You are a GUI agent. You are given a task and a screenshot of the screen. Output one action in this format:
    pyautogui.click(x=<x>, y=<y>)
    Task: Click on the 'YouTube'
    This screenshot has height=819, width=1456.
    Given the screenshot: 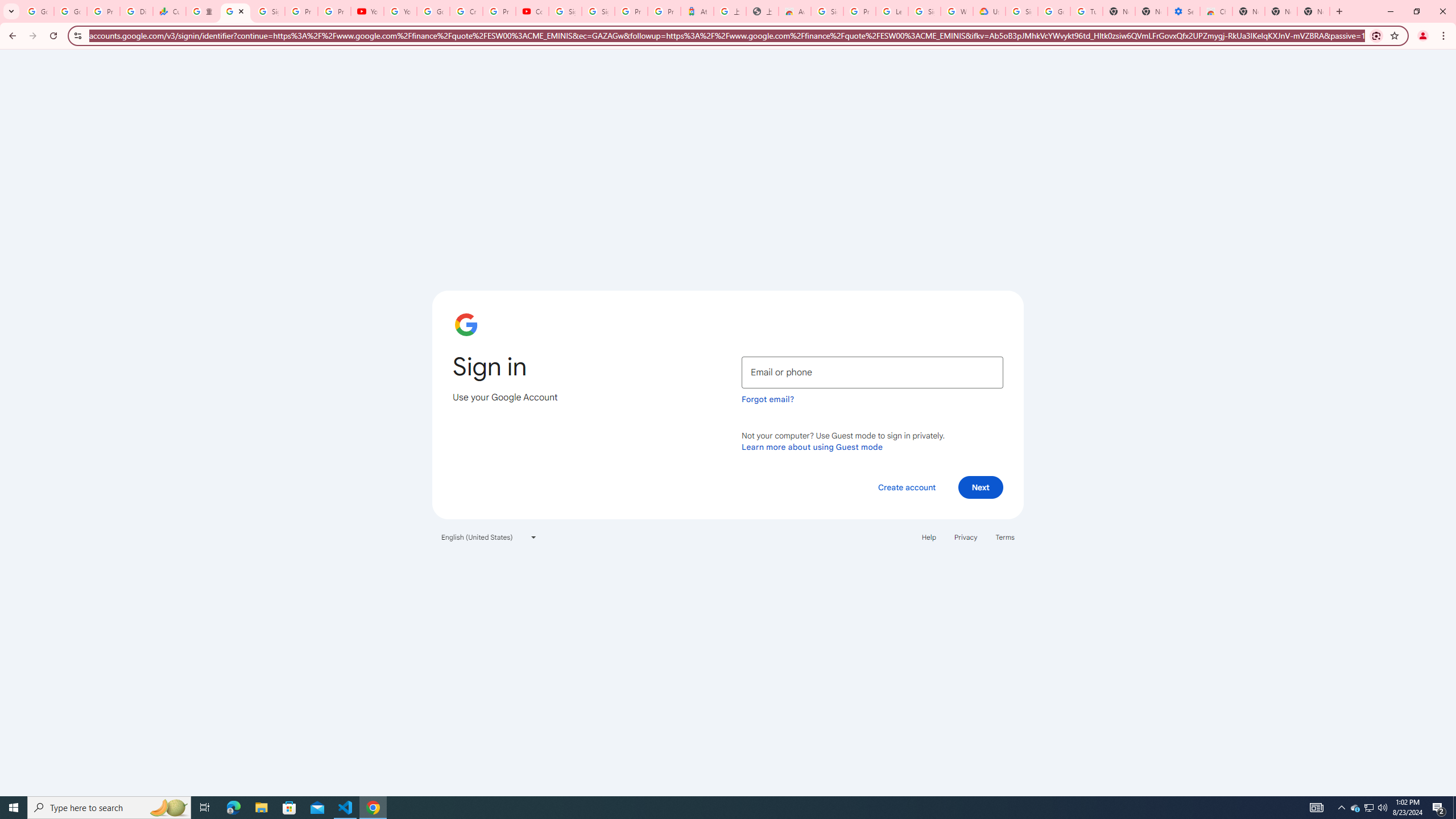 What is the action you would take?
    pyautogui.click(x=400, y=11)
    